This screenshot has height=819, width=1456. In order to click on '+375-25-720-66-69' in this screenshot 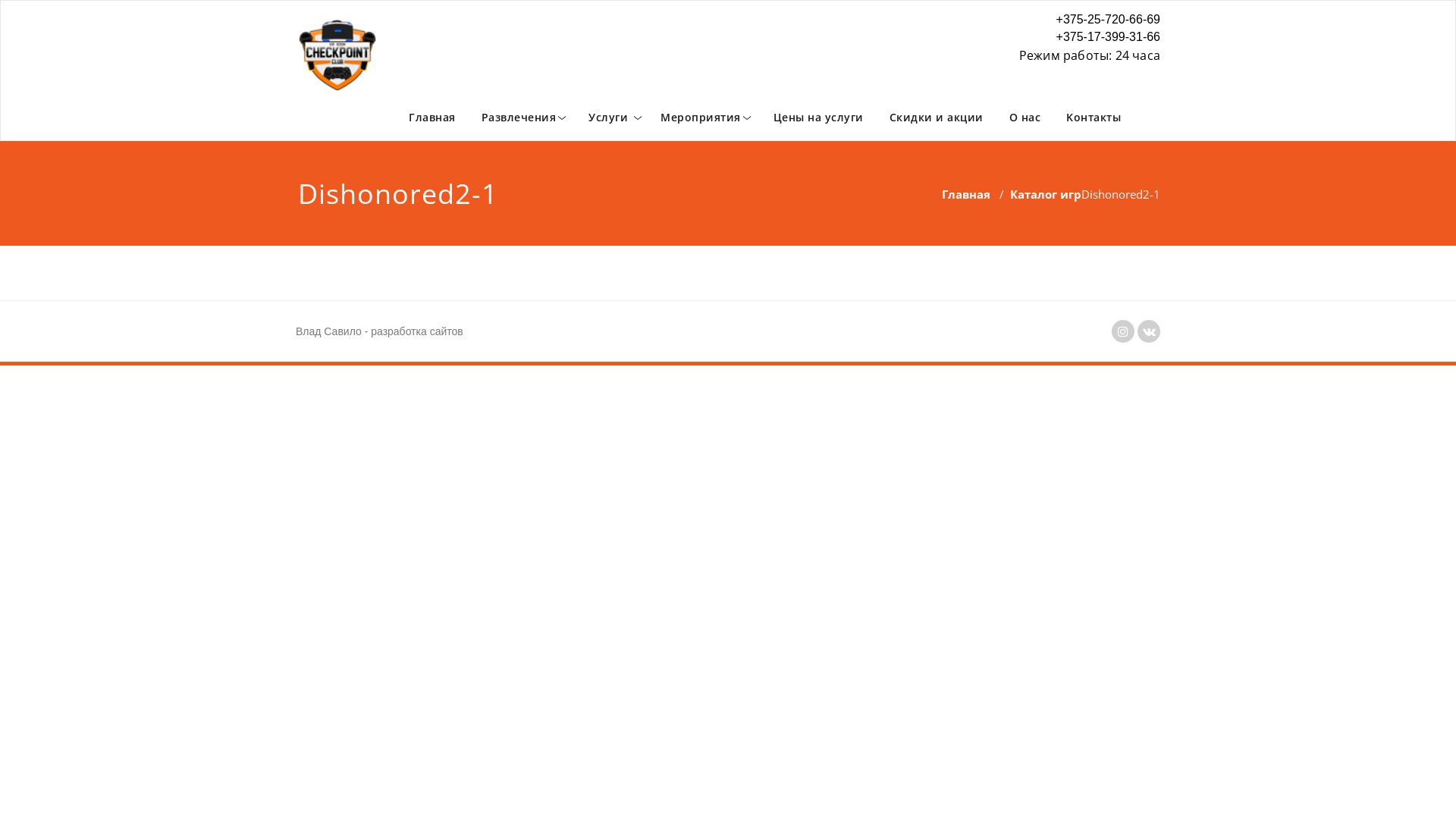, I will do `click(1088, 20)`.